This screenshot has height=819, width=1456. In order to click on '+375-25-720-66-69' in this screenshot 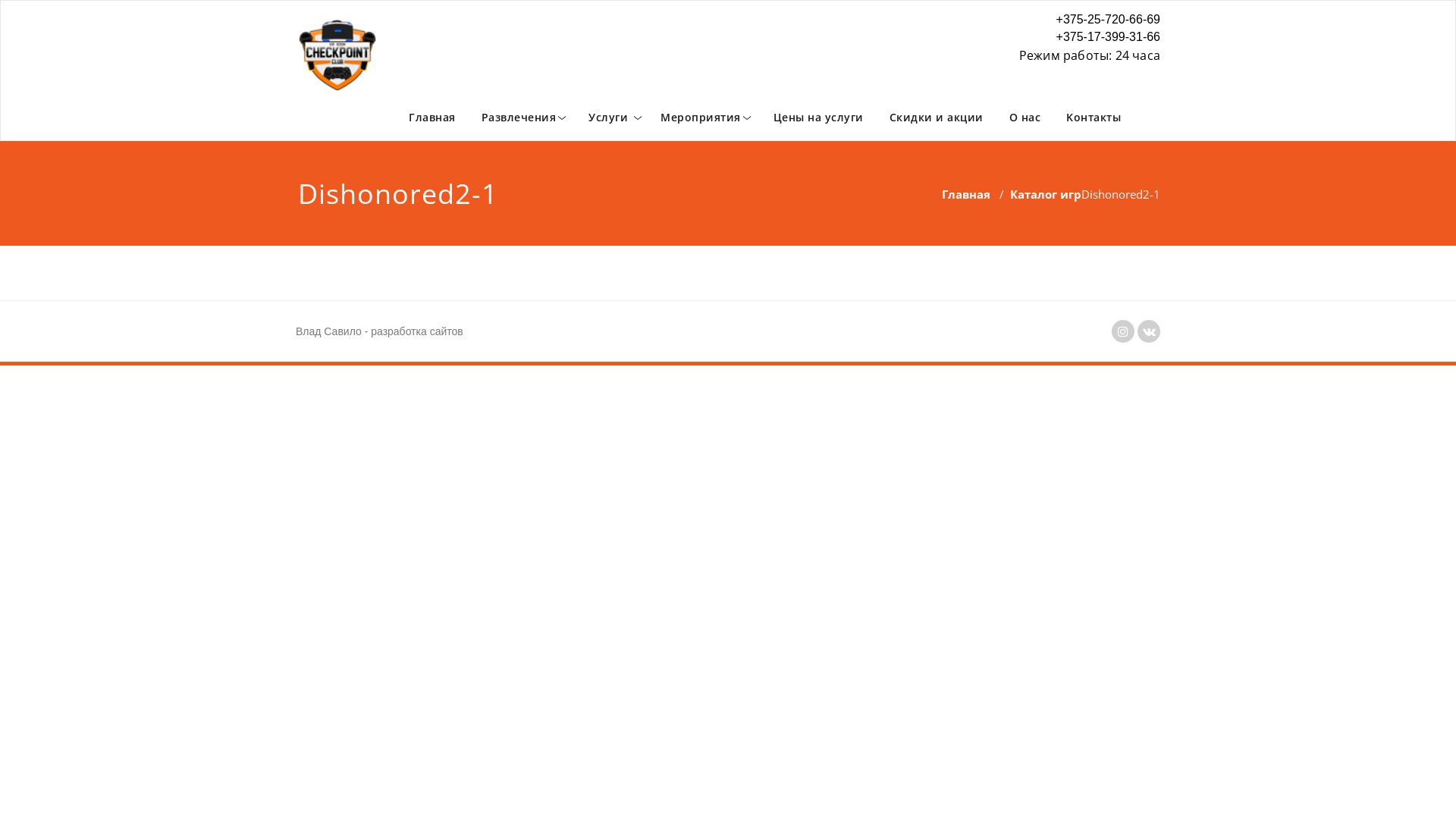, I will do `click(1088, 20)`.